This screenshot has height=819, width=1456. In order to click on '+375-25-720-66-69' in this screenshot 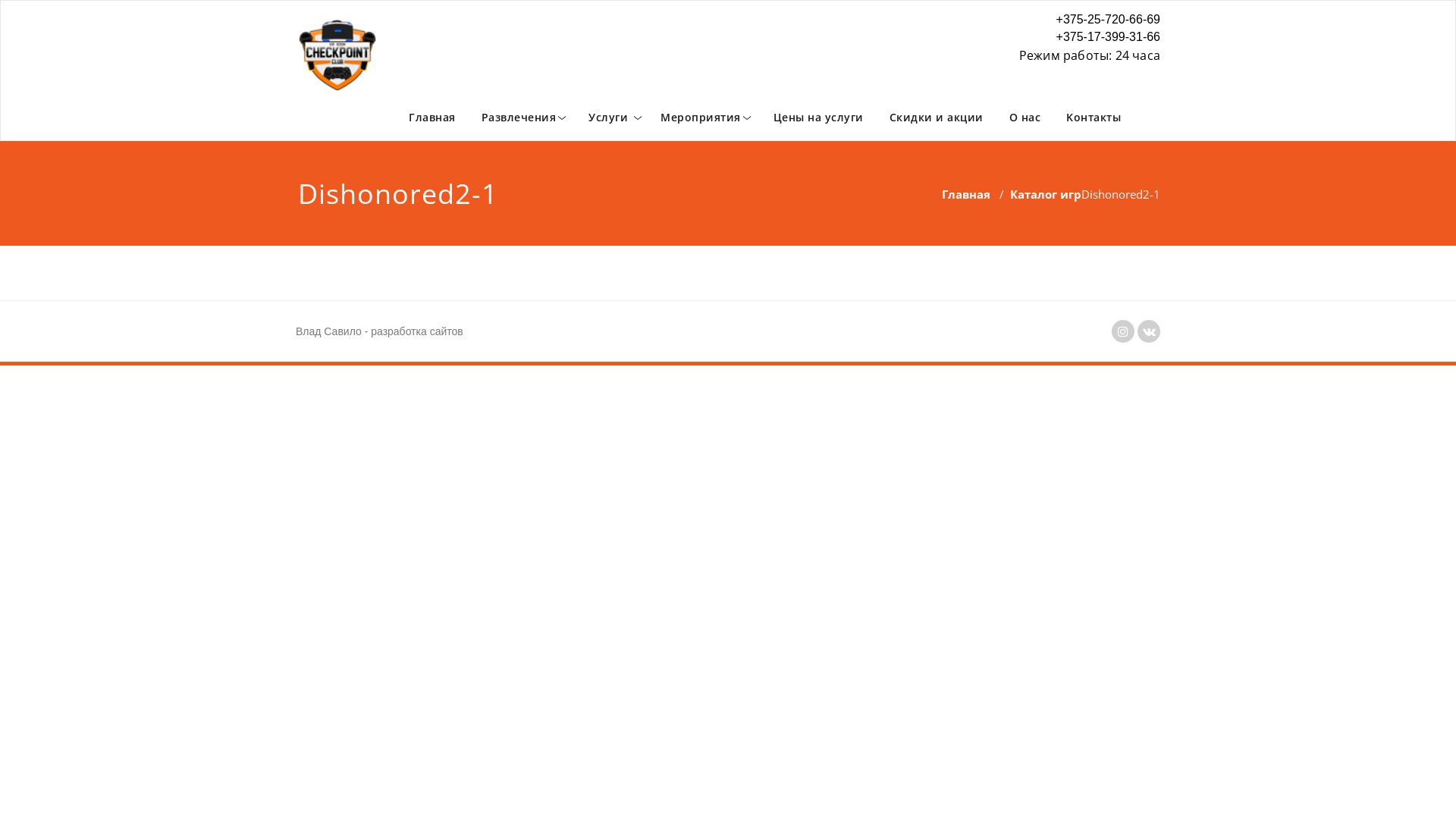, I will do `click(1088, 20)`.